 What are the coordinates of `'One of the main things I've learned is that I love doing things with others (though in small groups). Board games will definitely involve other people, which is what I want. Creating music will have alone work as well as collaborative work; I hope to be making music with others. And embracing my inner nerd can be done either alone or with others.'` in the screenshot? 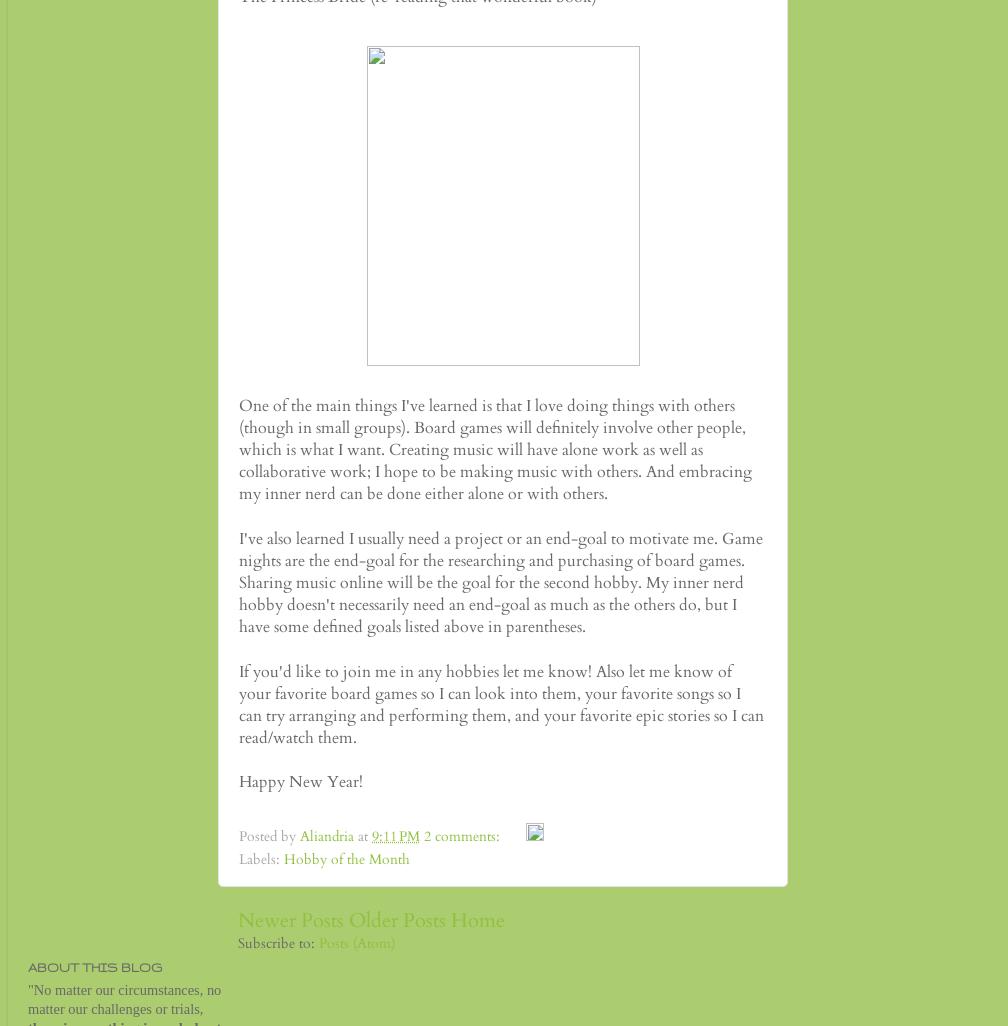 It's located at (495, 449).